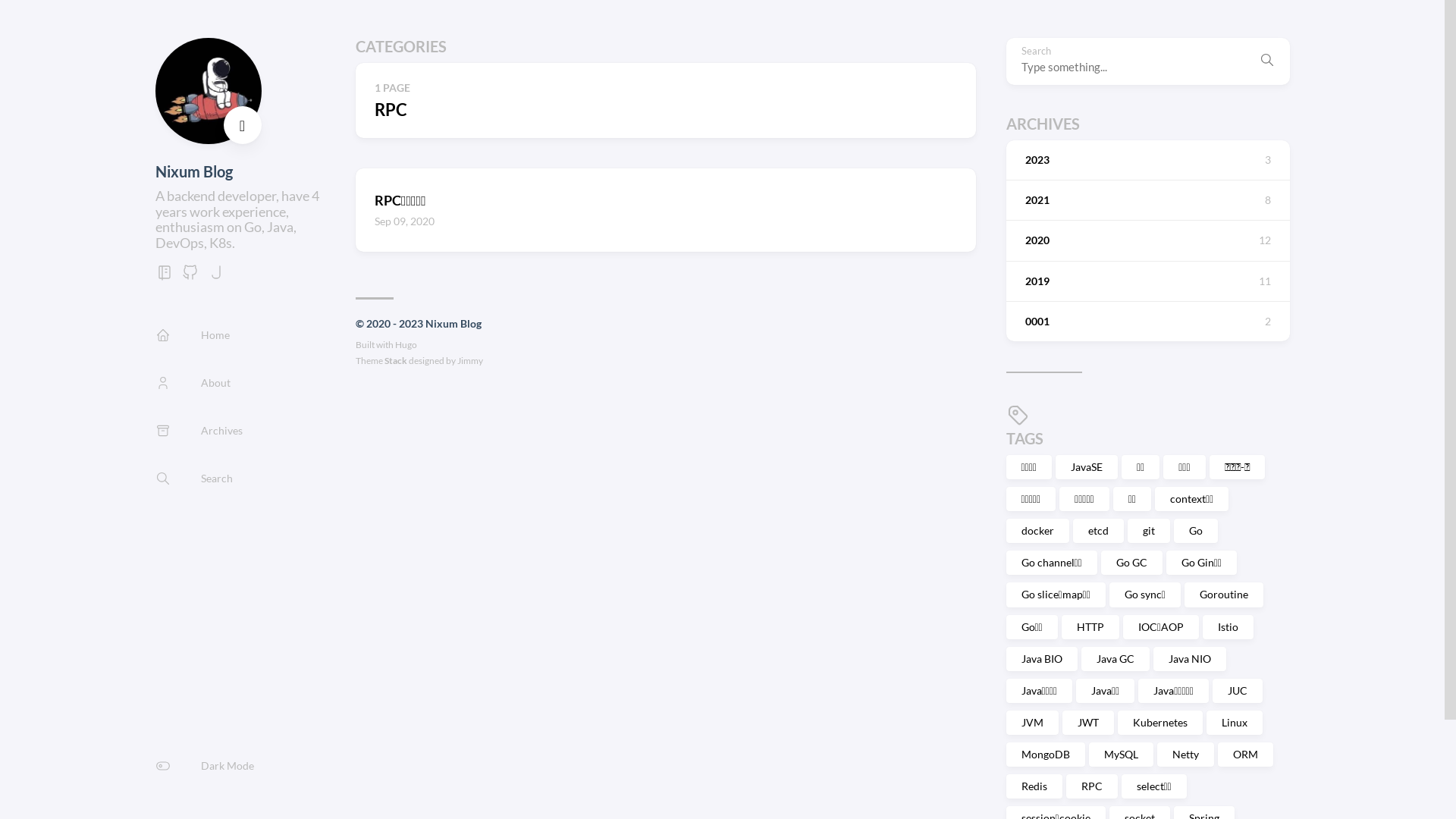  I want to click on '0001, so click(1147, 321).